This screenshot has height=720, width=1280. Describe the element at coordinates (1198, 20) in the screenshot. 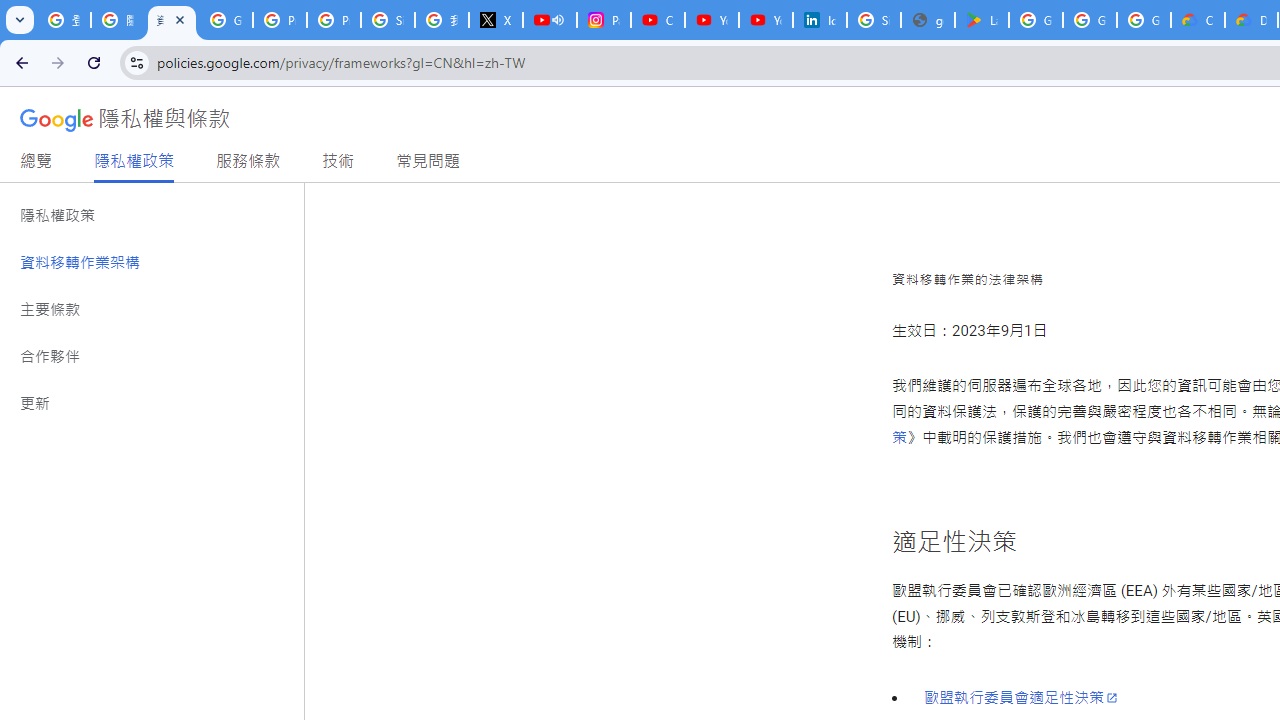

I see `'Customer Care | Google Cloud'` at that location.